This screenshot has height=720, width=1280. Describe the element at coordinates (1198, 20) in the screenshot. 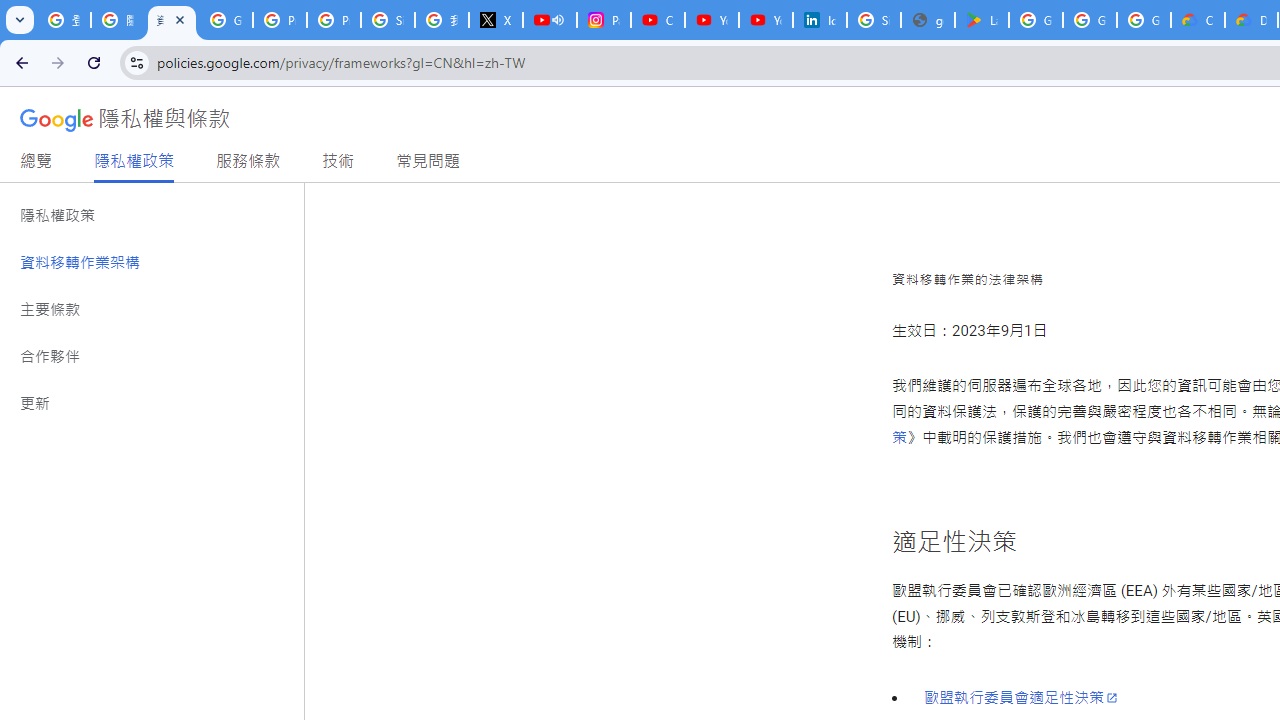

I see `'Customer Care | Google Cloud'` at that location.